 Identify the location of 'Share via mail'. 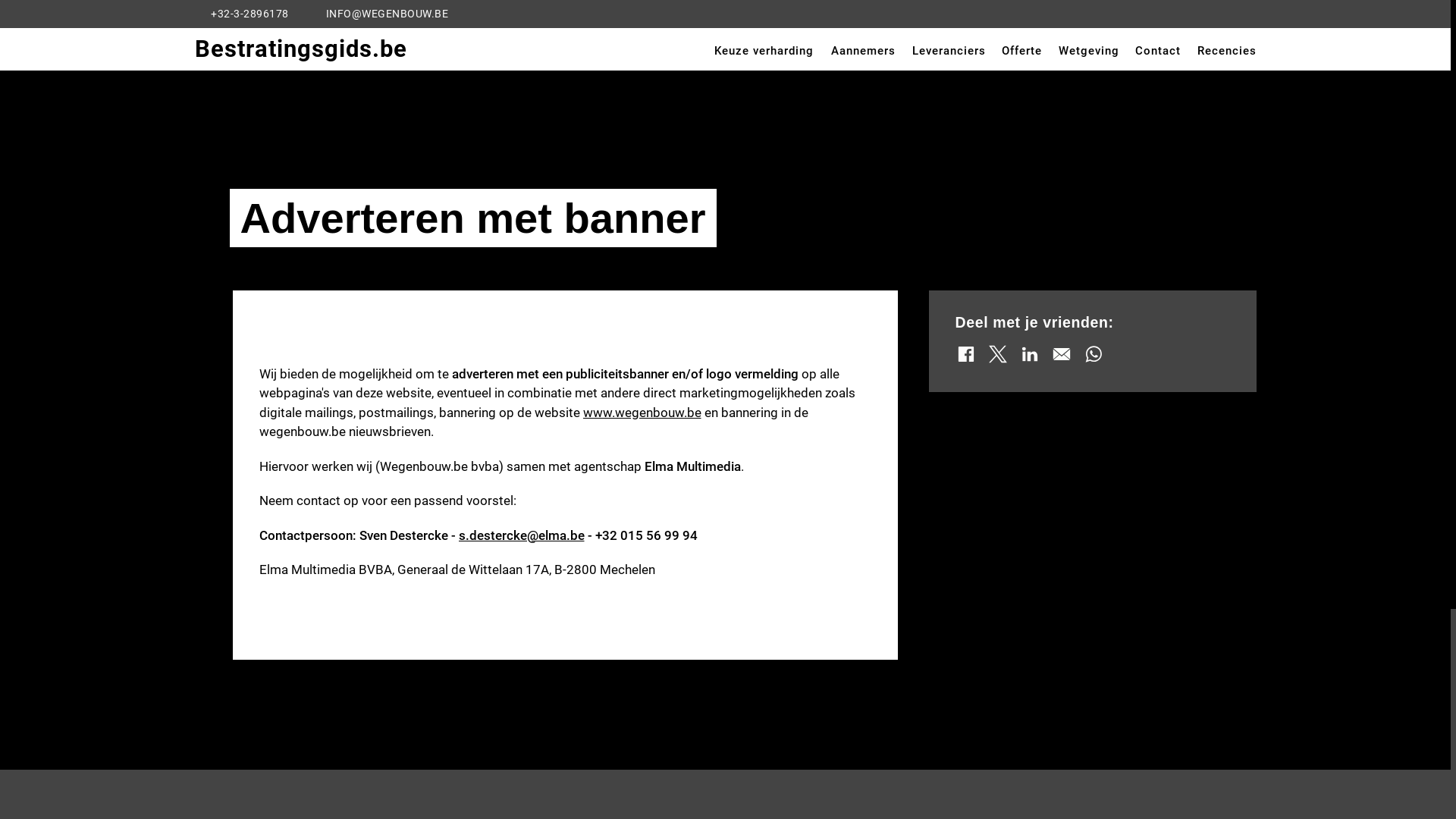
(1061, 353).